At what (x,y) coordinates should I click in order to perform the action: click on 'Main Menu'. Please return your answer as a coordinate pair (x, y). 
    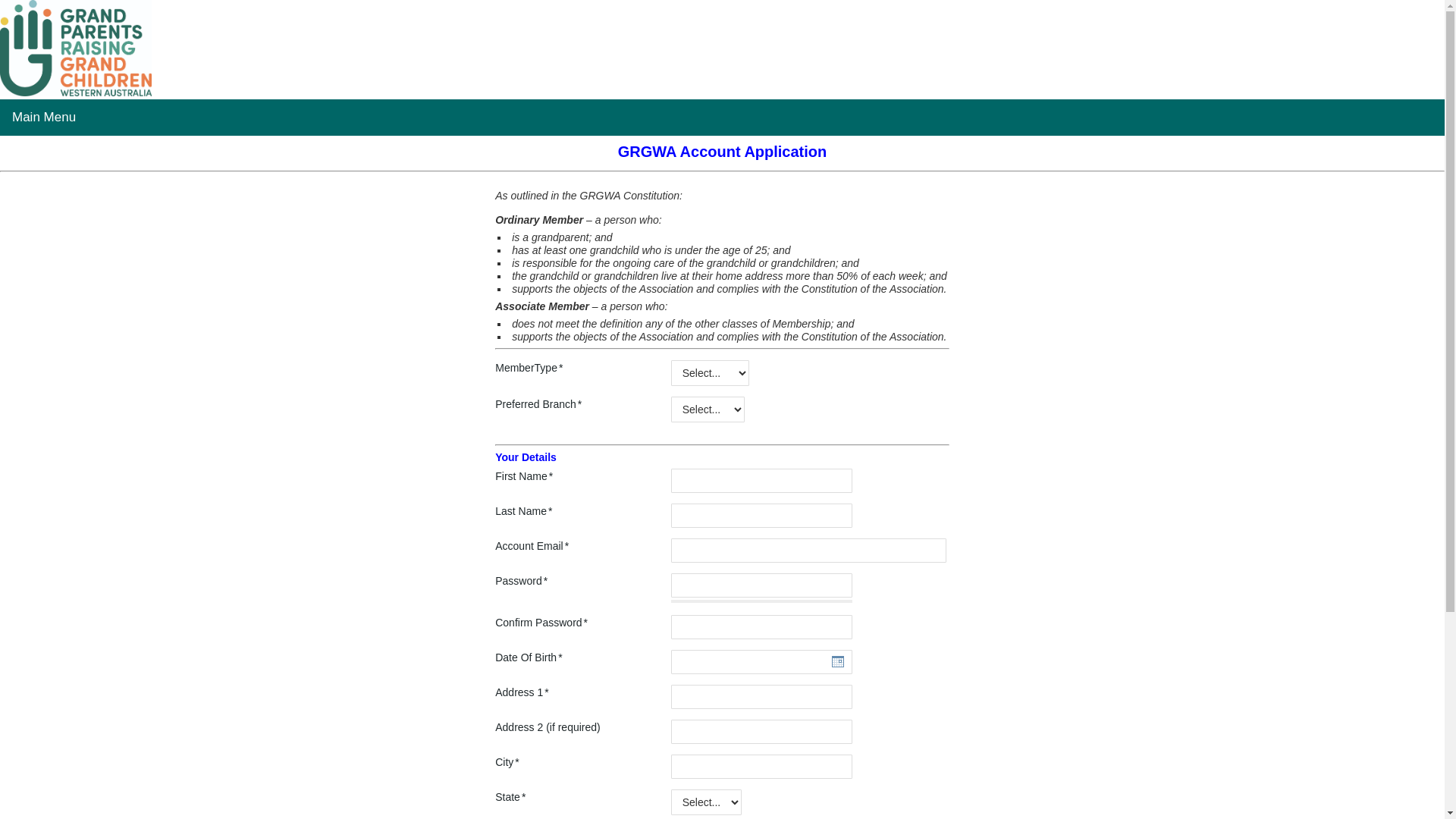
    Looking at the image, I should click on (43, 116).